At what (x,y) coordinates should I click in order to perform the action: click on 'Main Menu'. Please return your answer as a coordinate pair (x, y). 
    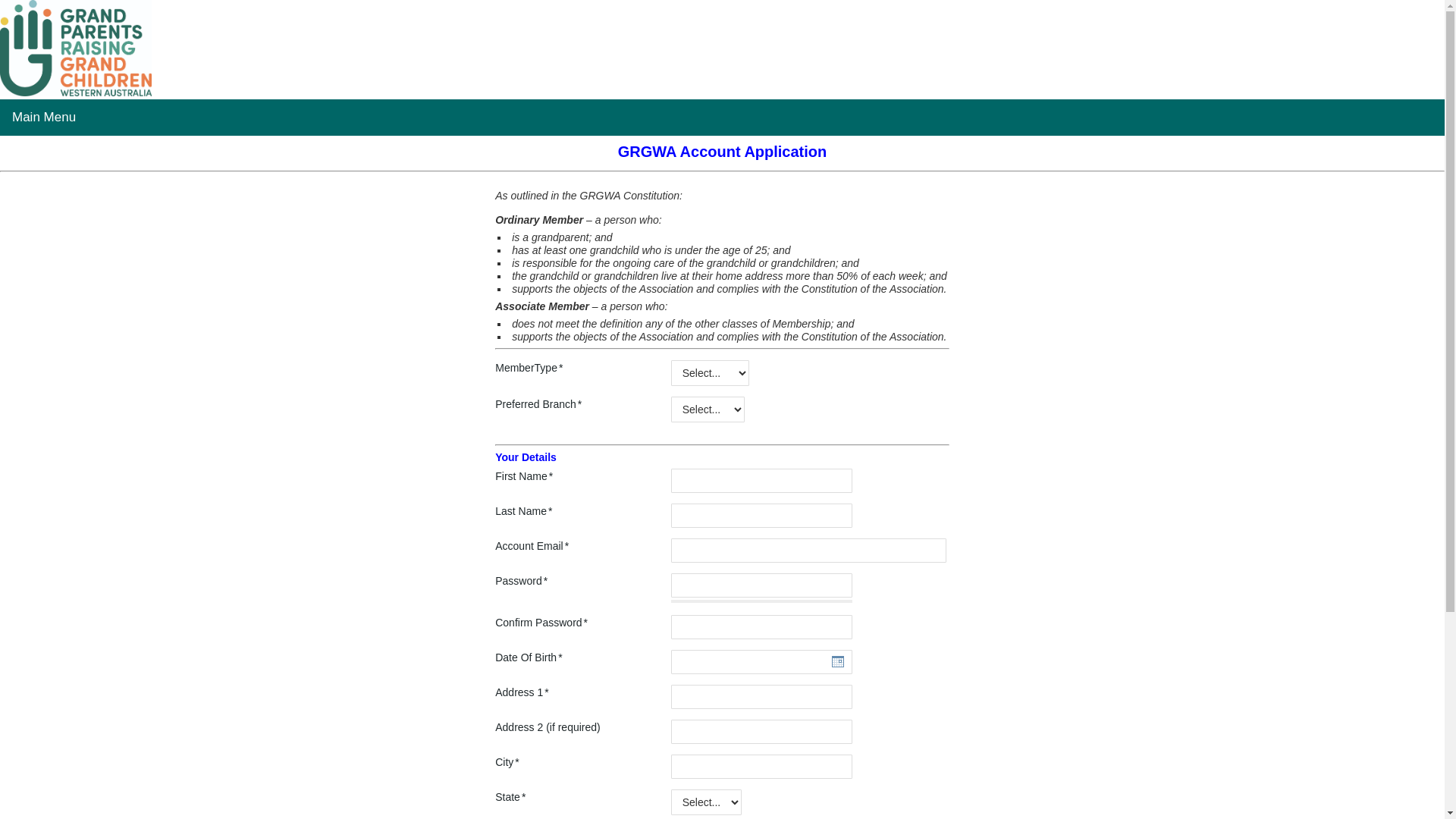
    Looking at the image, I should click on (43, 116).